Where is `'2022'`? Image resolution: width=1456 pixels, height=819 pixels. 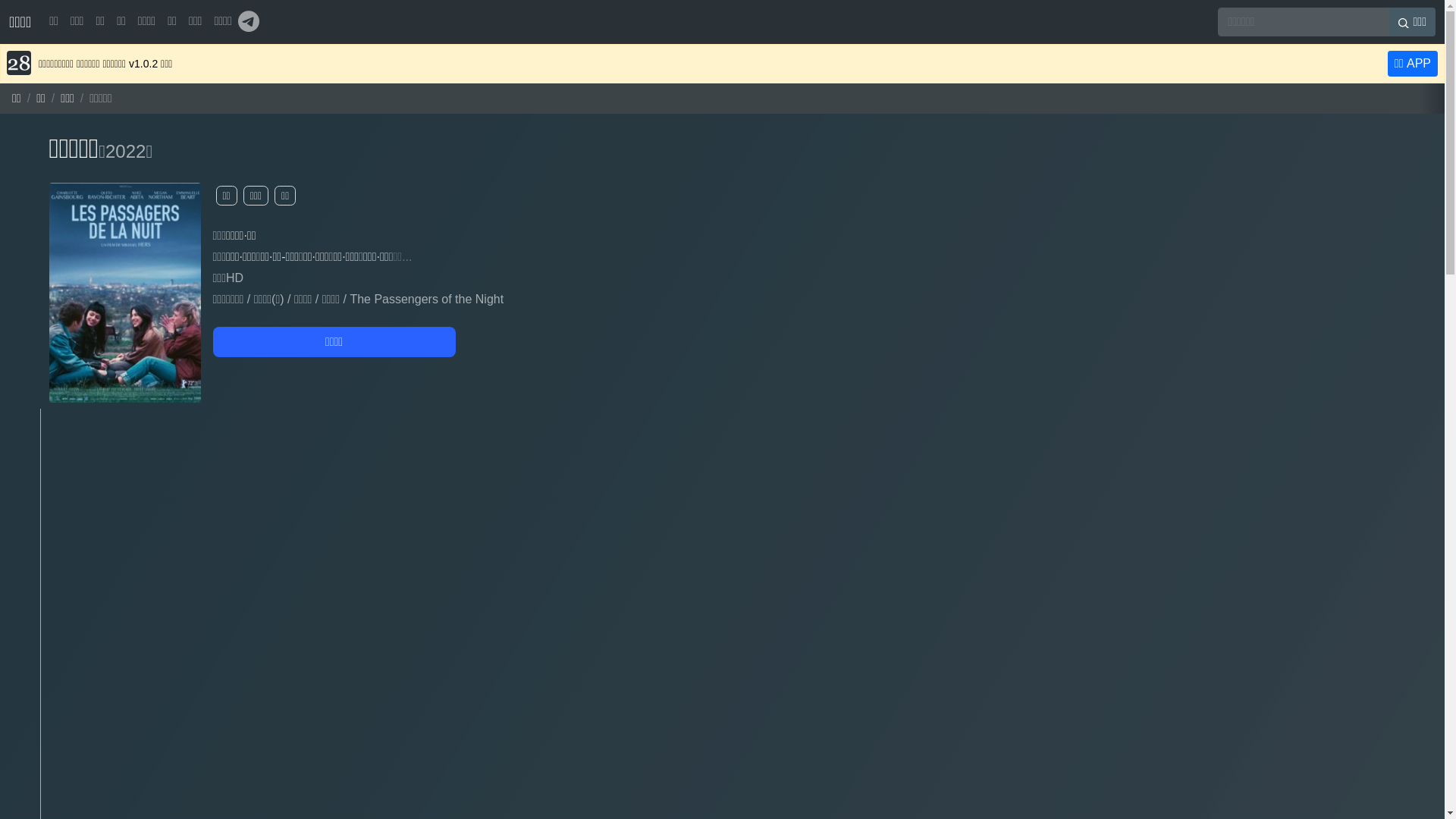 '2022' is located at coordinates (125, 151).